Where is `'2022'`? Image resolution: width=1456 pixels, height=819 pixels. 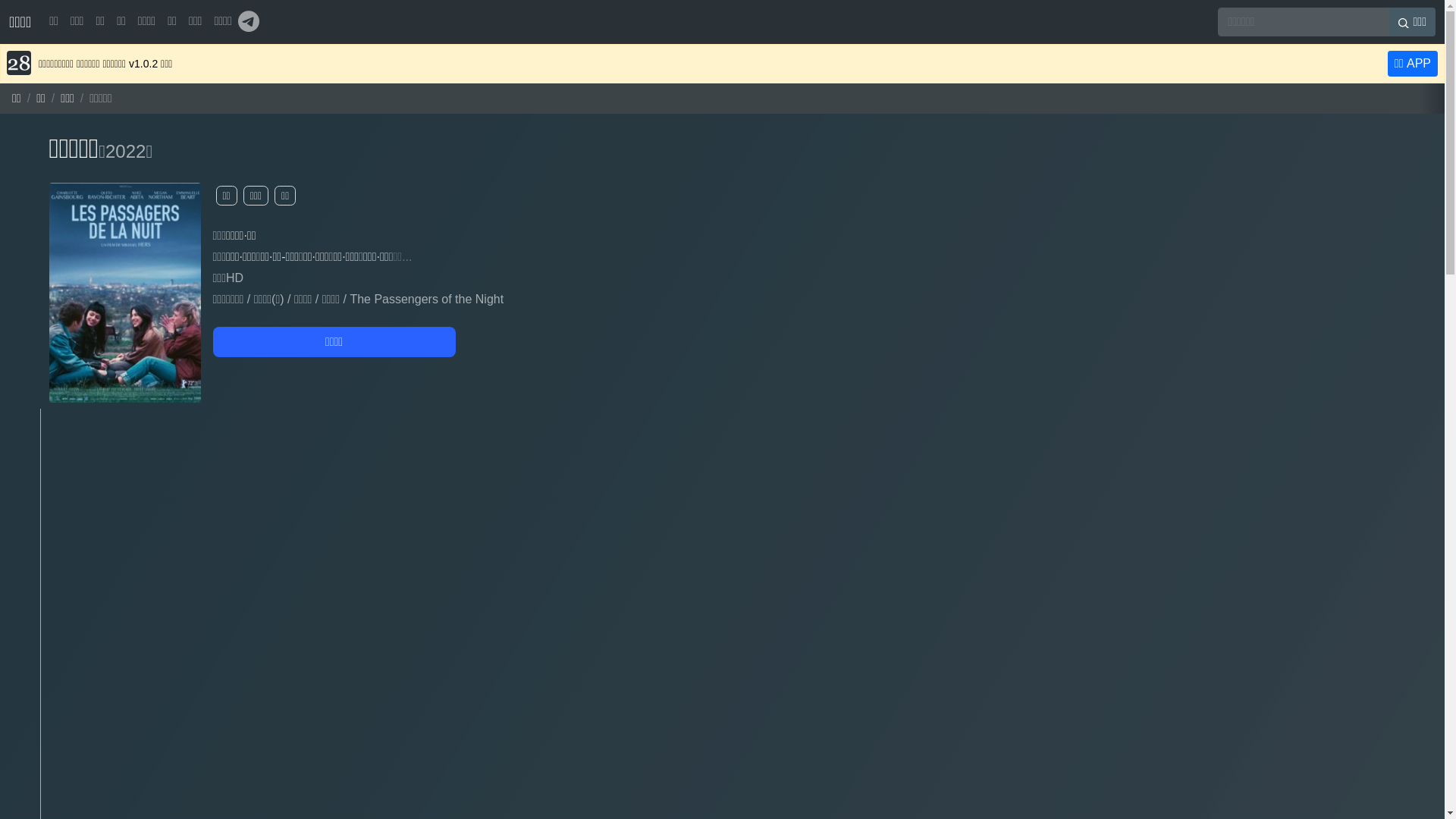 '2022' is located at coordinates (125, 151).